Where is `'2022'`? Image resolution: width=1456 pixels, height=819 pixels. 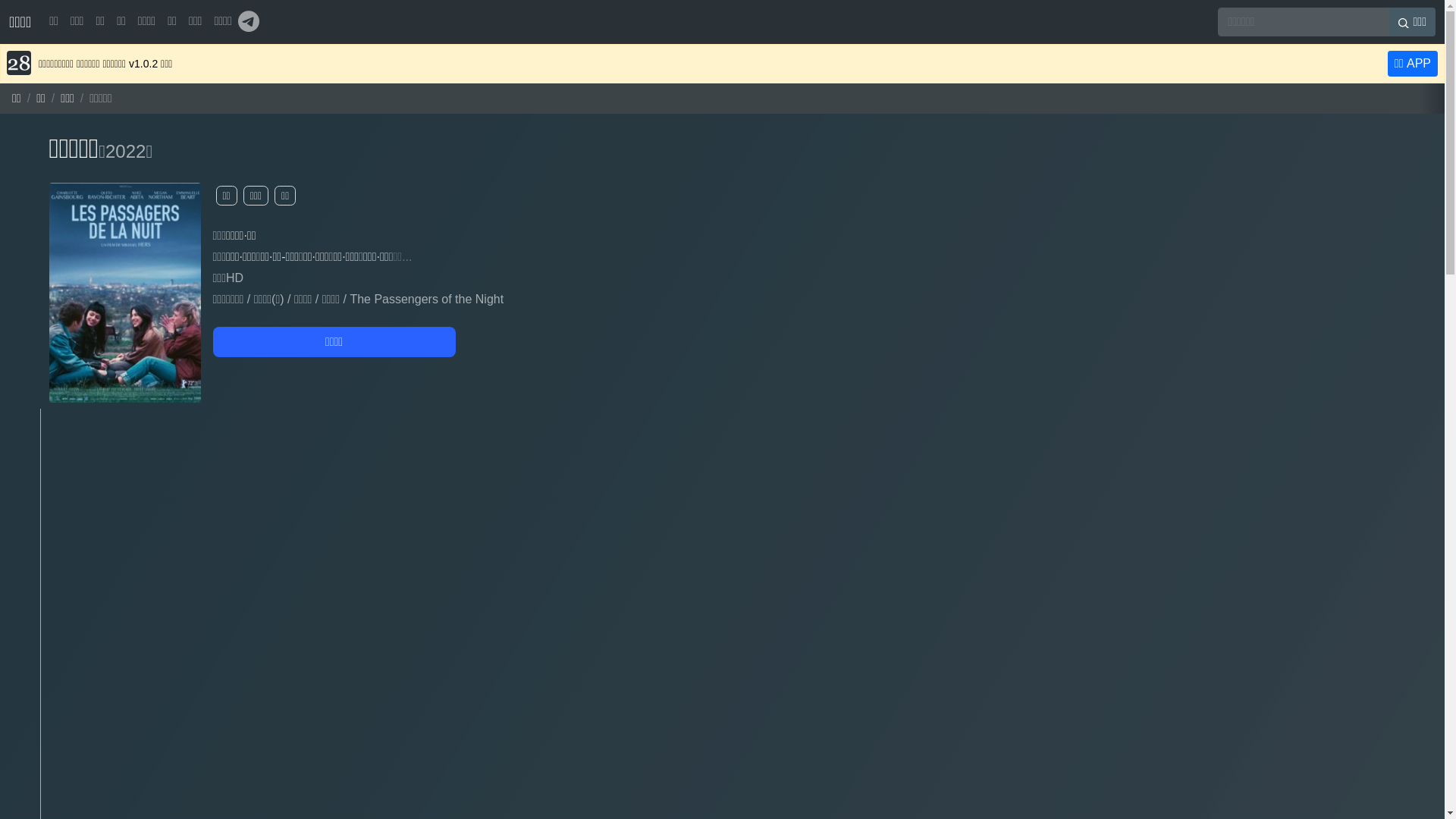 '2022' is located at coordinates (125, 151).